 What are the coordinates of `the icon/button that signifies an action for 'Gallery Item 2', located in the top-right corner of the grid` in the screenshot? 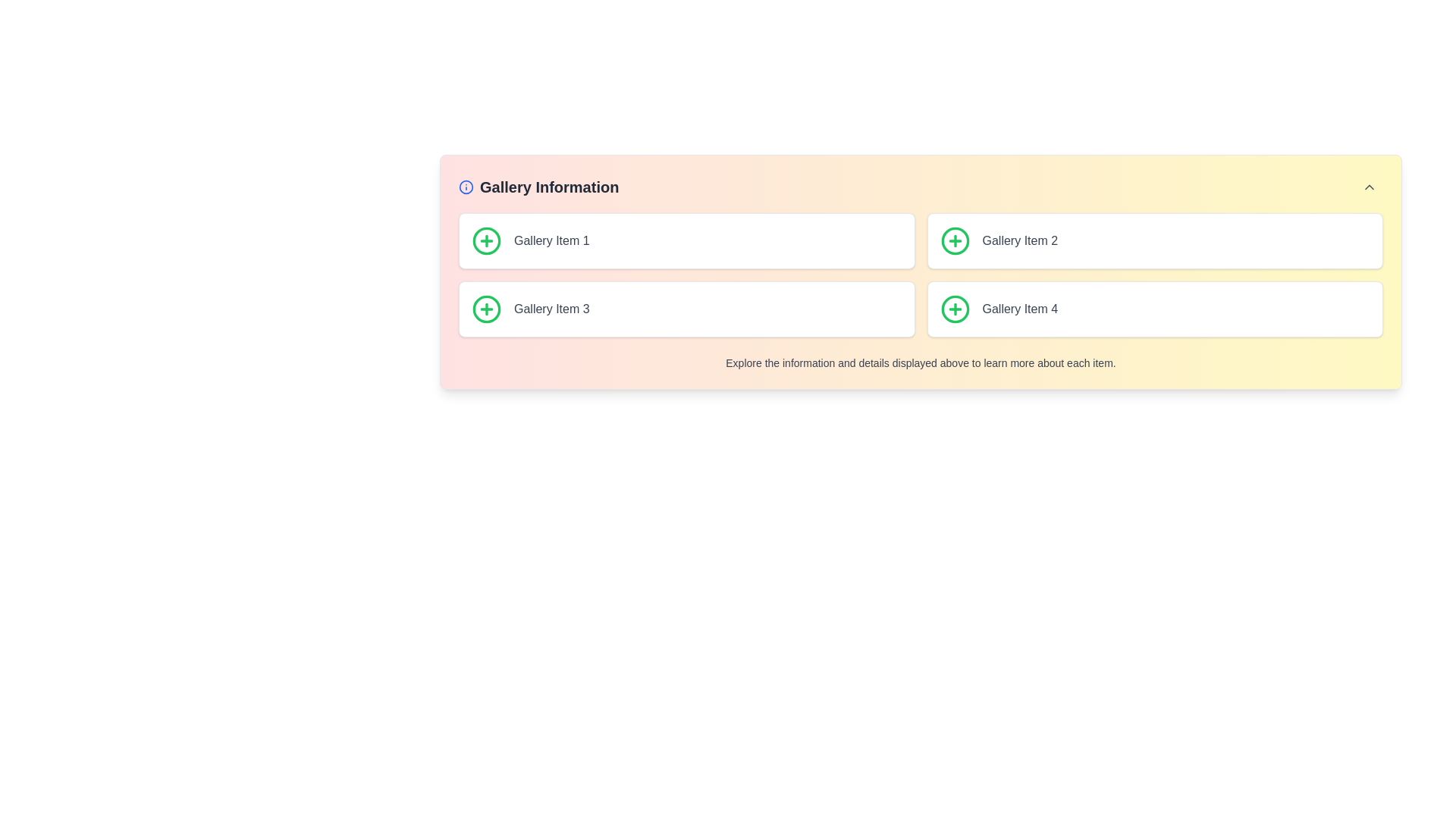 It's located at (954, 240).